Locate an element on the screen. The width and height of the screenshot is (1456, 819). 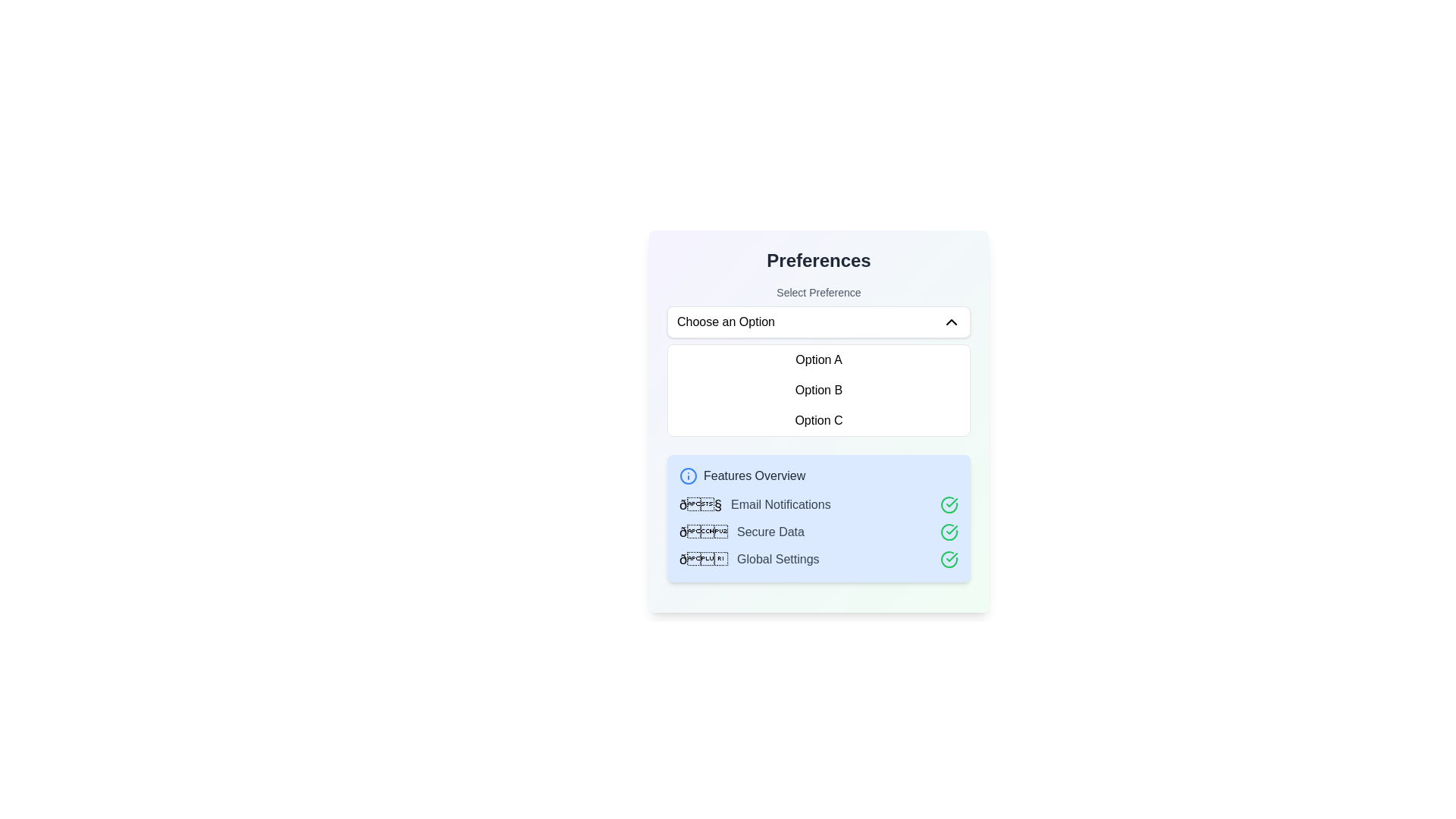
the status icon indicating the 'Email Notifications' feature in the last column of the 'Email Notifications' row within the 'Features Overview' section is located at coordinates (949, 505).